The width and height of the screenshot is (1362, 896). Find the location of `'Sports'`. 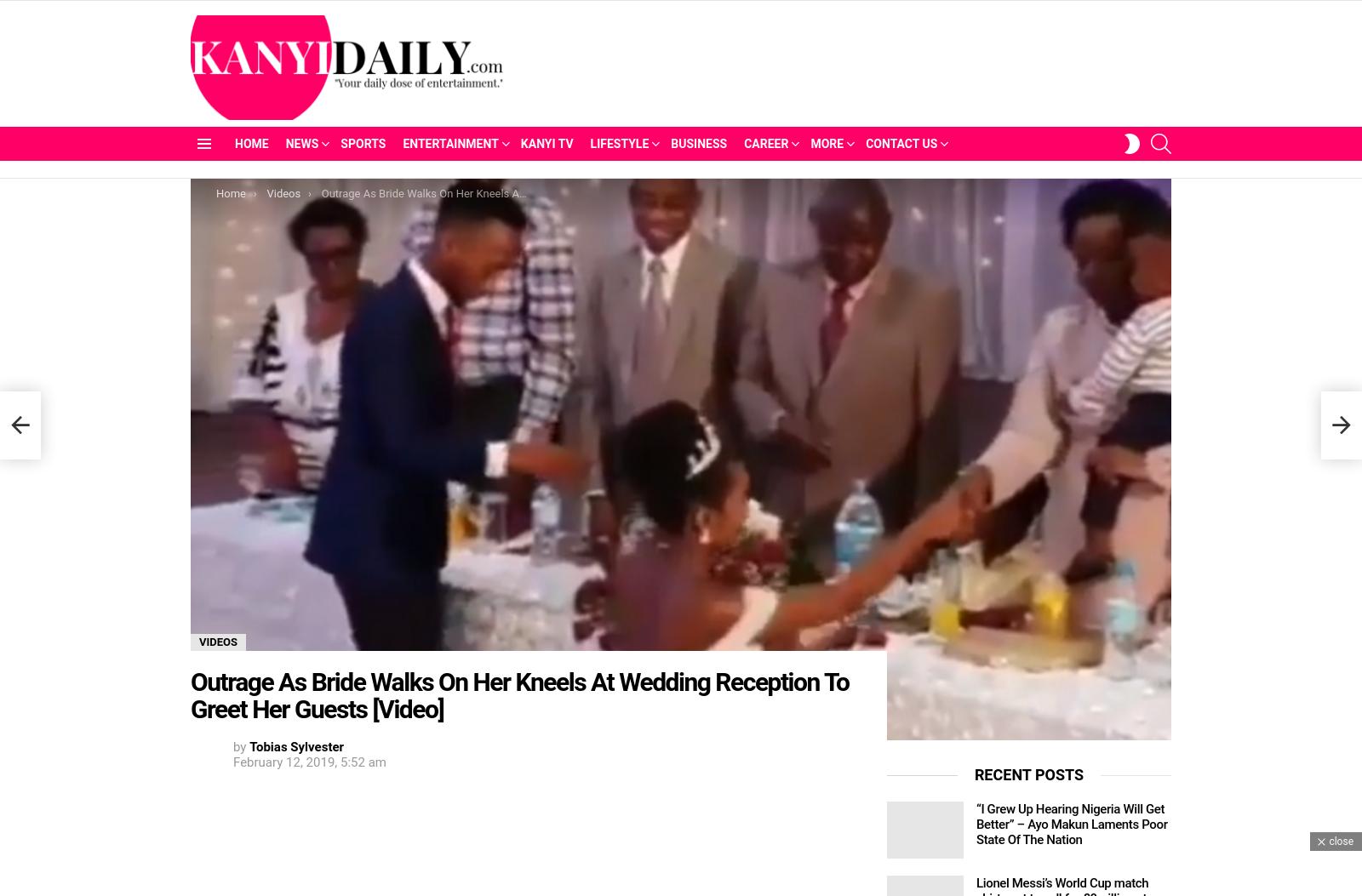

'Sports' is located at coordinates (362, 143).